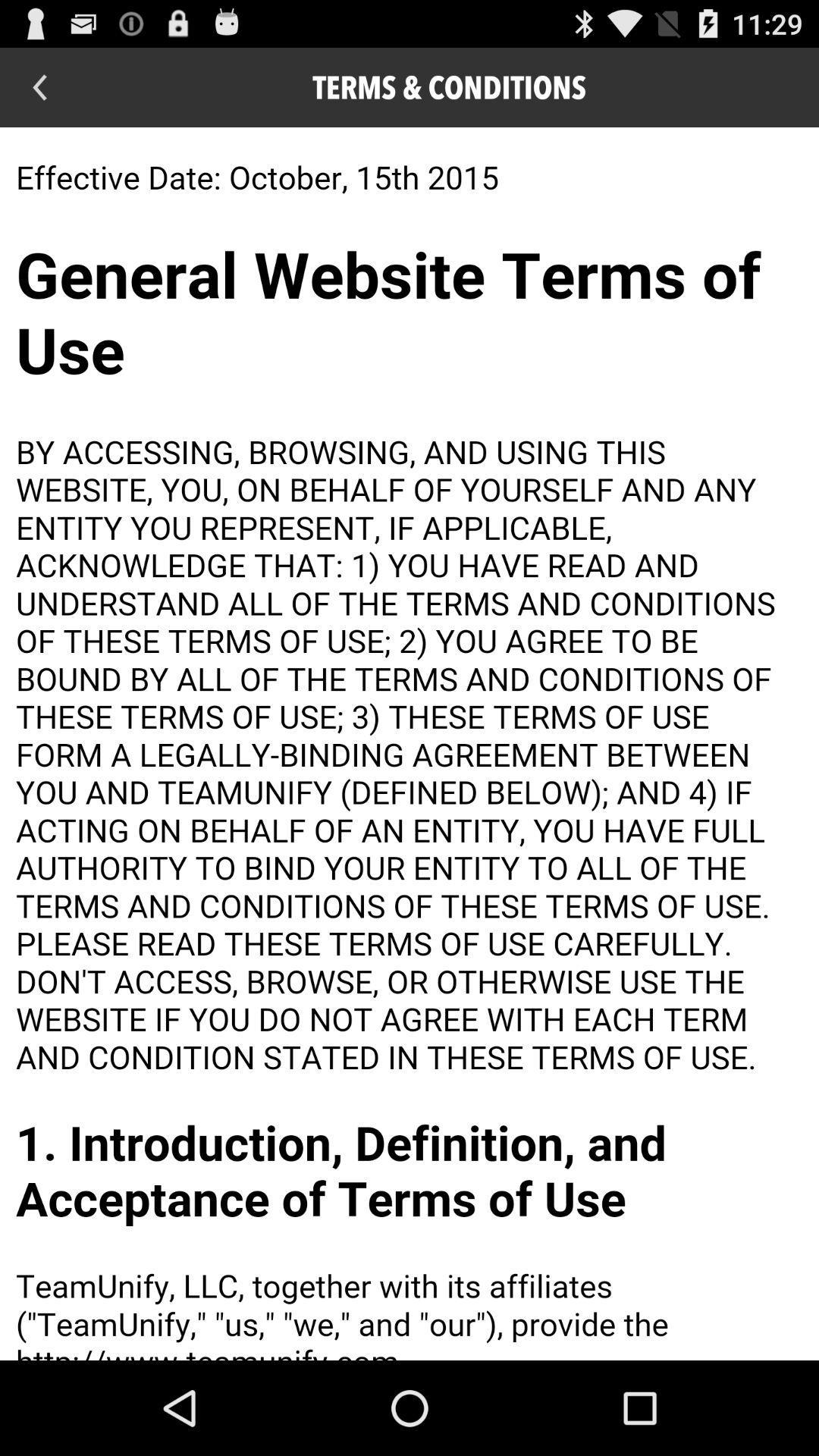 Image resolution: width=819 pixels, height=1456 pixels. What do you see at coordinates (39, 86) in the screenshot?
I see `return to previous page` at bounding box center [39, 86].